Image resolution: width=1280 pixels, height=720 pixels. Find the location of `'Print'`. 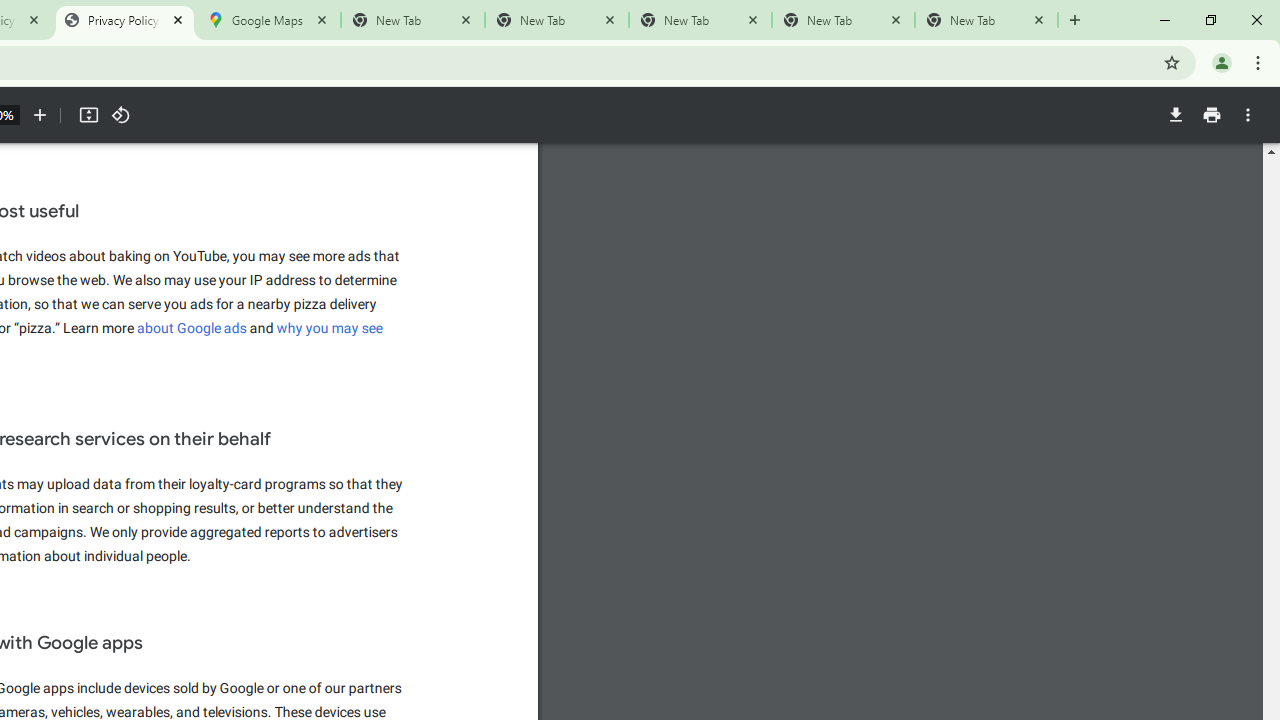

'Print' is located at coordinates (1210, 115).